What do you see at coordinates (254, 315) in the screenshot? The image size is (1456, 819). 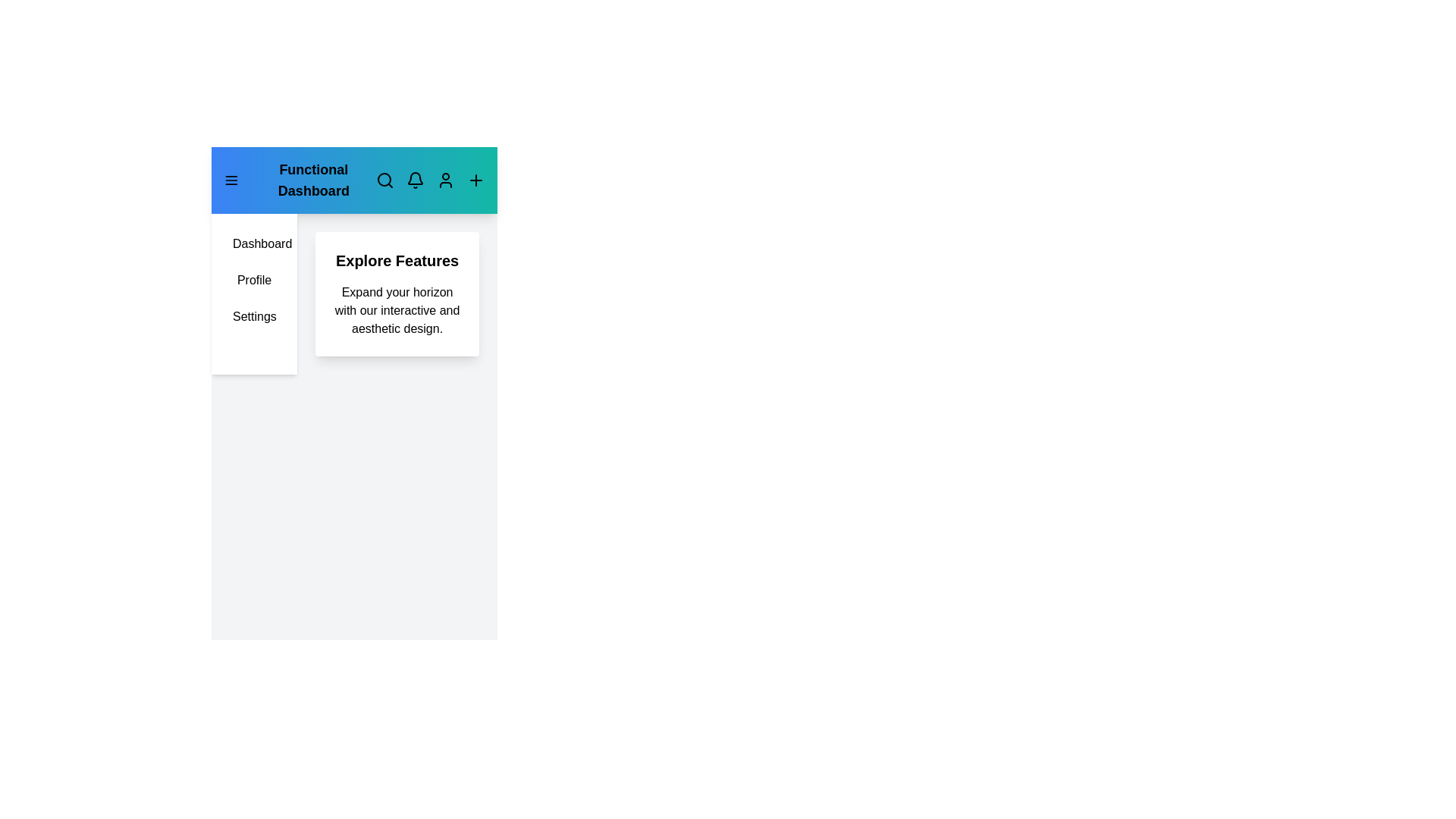 I see `the sidebar menu item Settings` at bounding box center [254, 315].